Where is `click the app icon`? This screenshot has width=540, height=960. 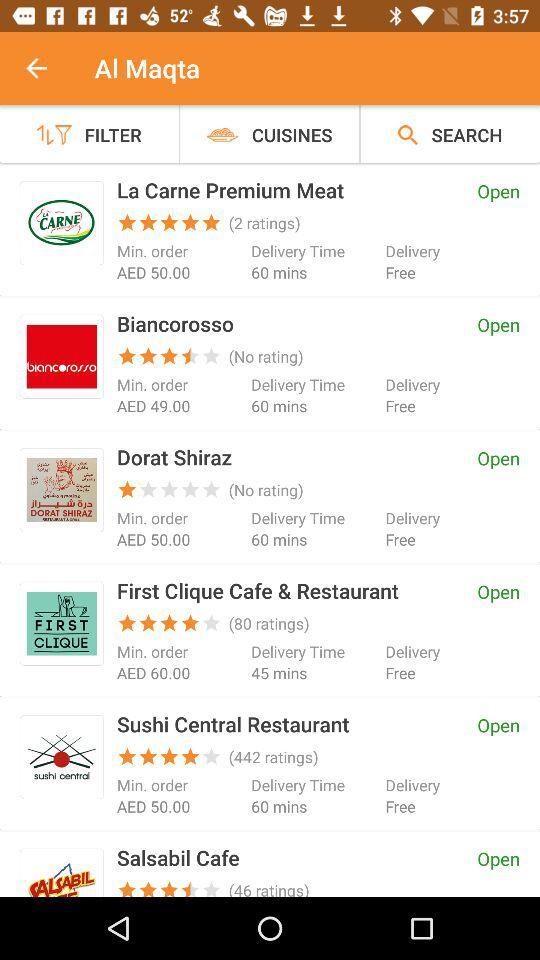 click the app icon is located at coordinates (61, 489).